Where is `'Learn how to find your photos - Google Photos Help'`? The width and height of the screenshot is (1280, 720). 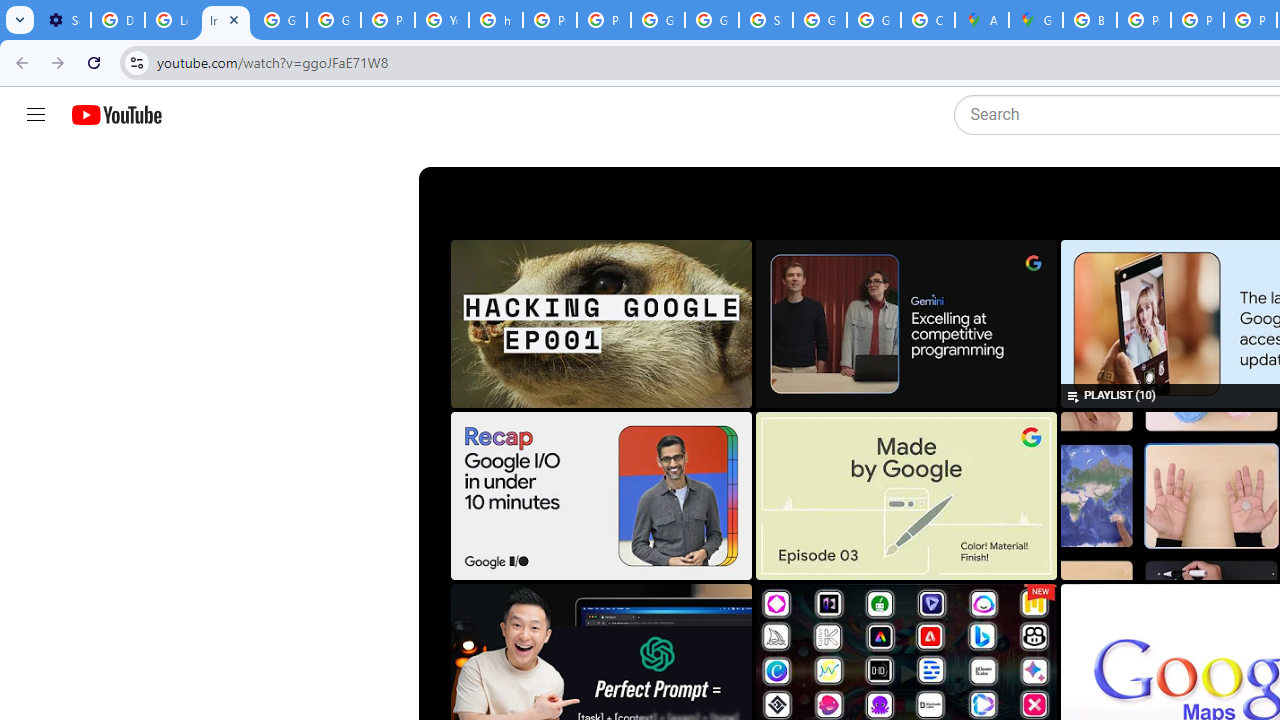 'Learn how to find your photos - Google Photos Help' is located at coordinates (171, 20).